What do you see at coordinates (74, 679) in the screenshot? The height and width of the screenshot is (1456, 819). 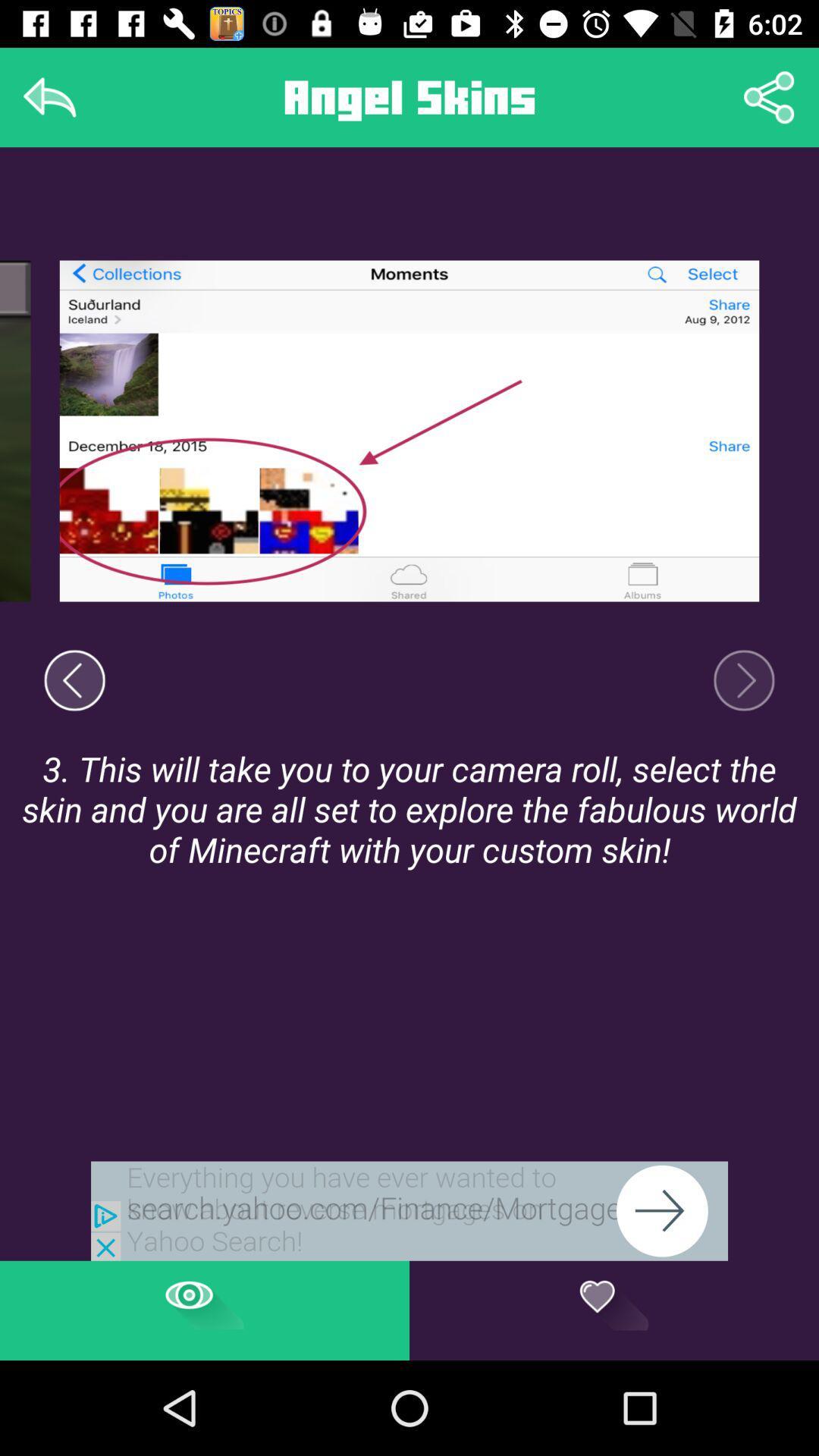 I see `go back` at bounding box center [74, 679].